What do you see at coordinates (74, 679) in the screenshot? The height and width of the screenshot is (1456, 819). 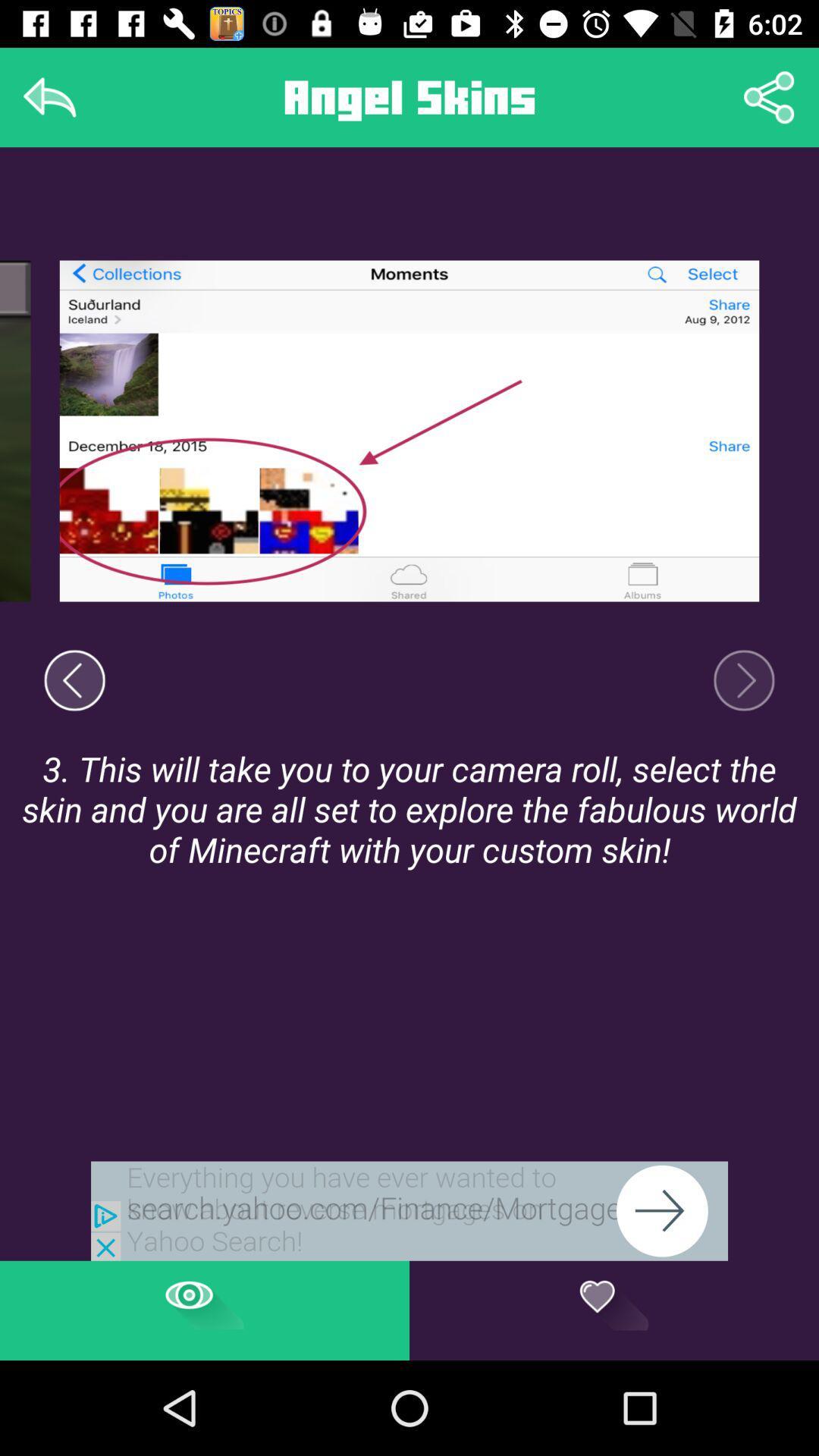 I see `go back` at bounding box center [74, 679].